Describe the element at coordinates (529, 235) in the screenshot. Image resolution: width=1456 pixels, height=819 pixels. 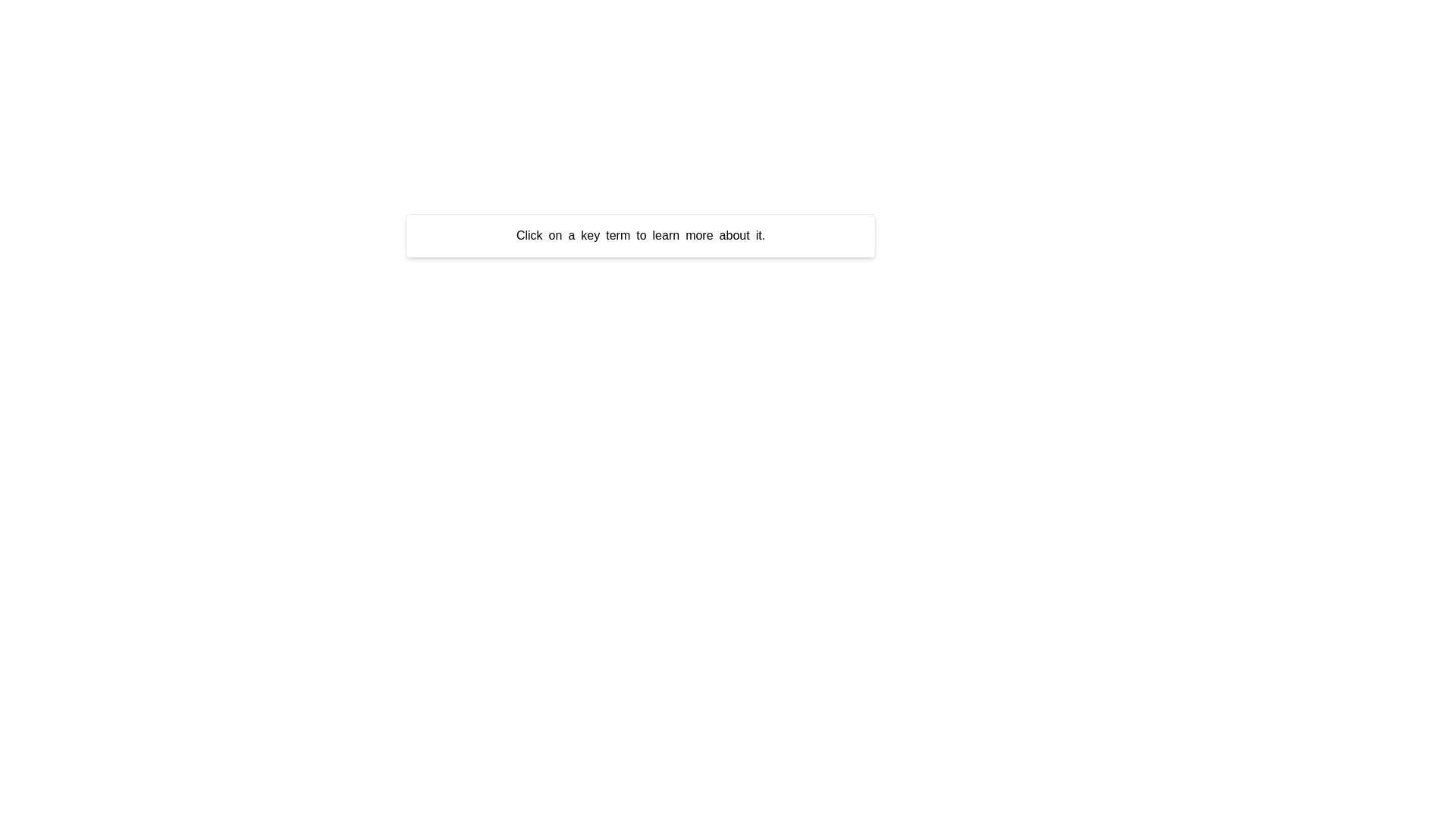
I see `the first word of the instructional sentence 'Click on a key term to learn more about it.' which is contained within a bordered white box` at that location.